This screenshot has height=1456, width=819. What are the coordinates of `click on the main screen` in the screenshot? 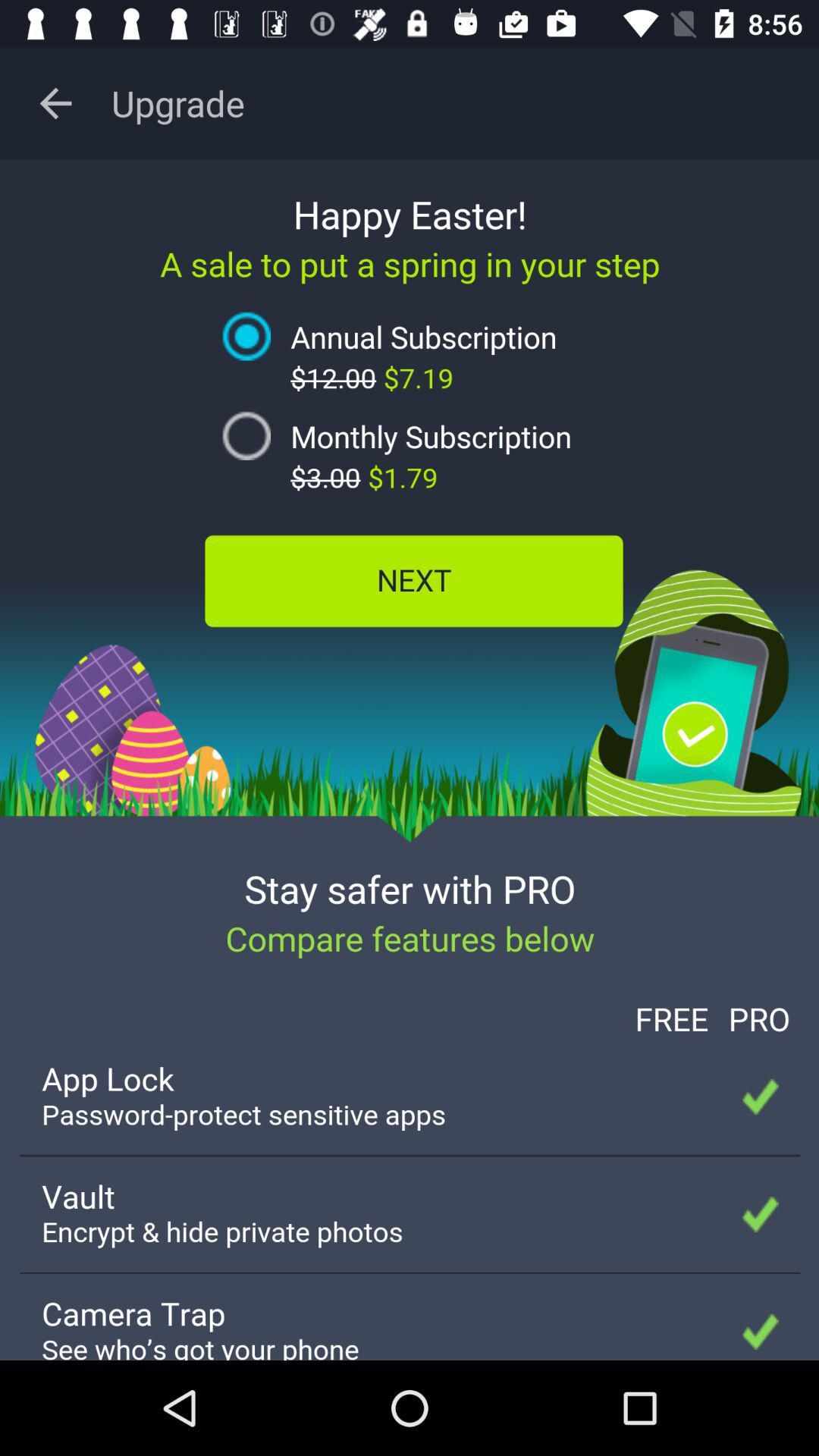 It's located at (409, 760).